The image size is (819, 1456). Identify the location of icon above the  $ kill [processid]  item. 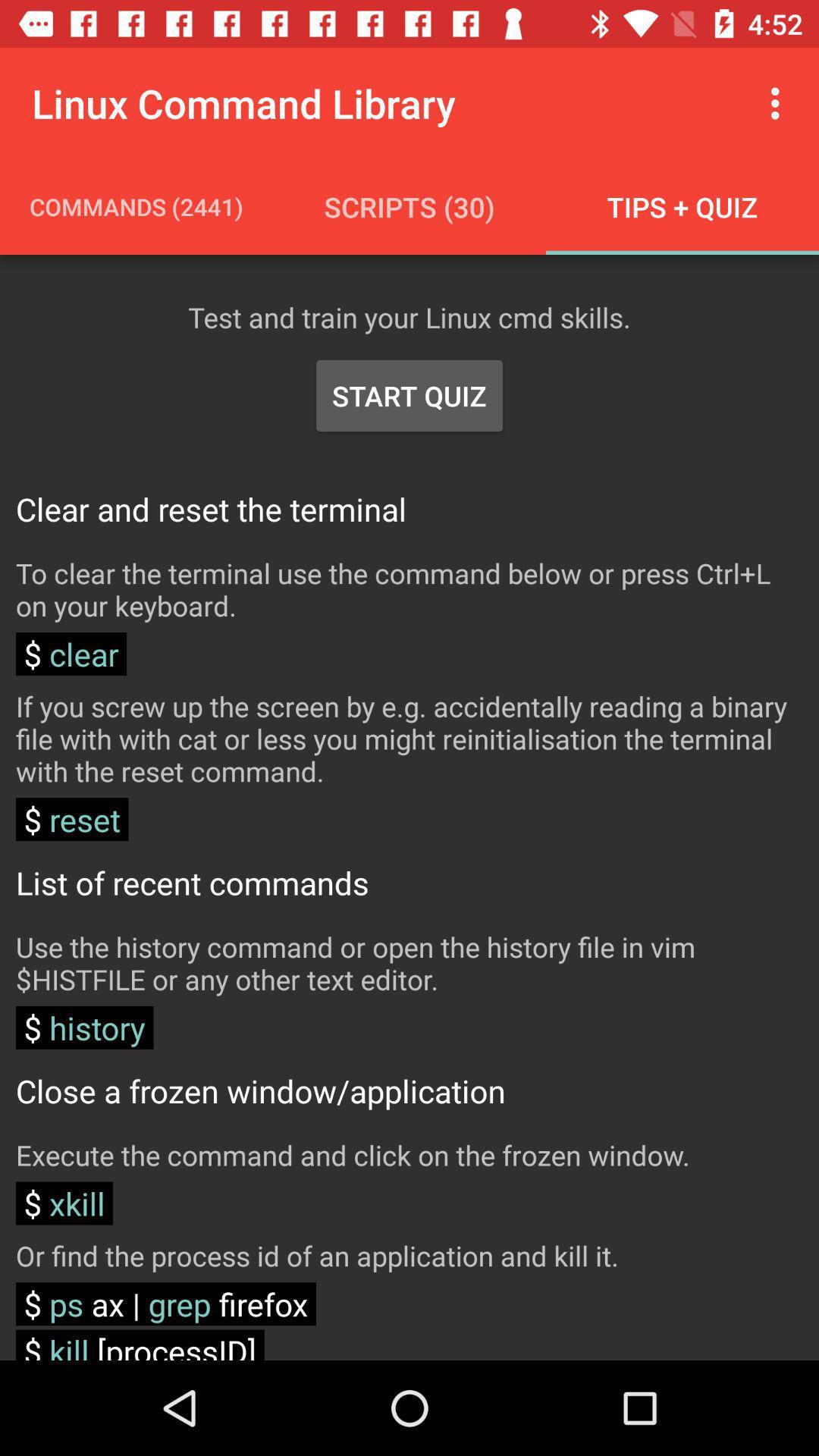
(166, 1303).